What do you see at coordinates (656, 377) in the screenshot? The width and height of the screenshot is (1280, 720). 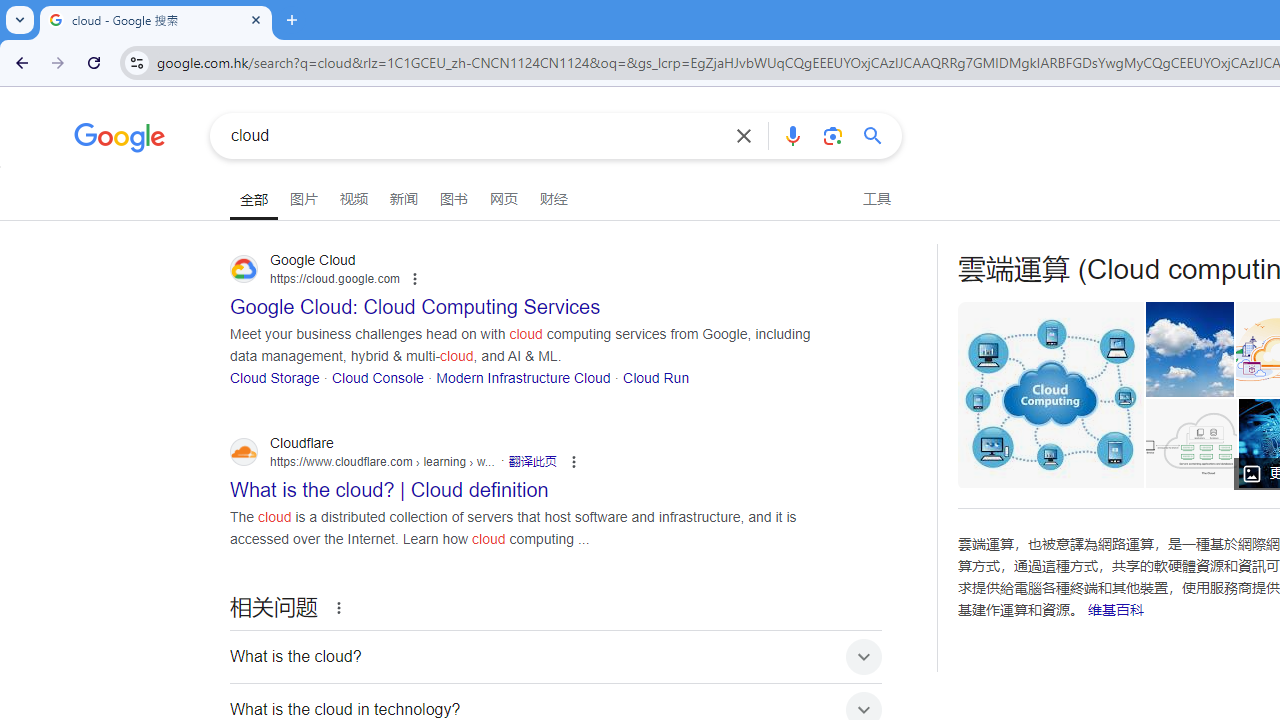 I see `'Cloud Run'` at bounding box center [656, 377].